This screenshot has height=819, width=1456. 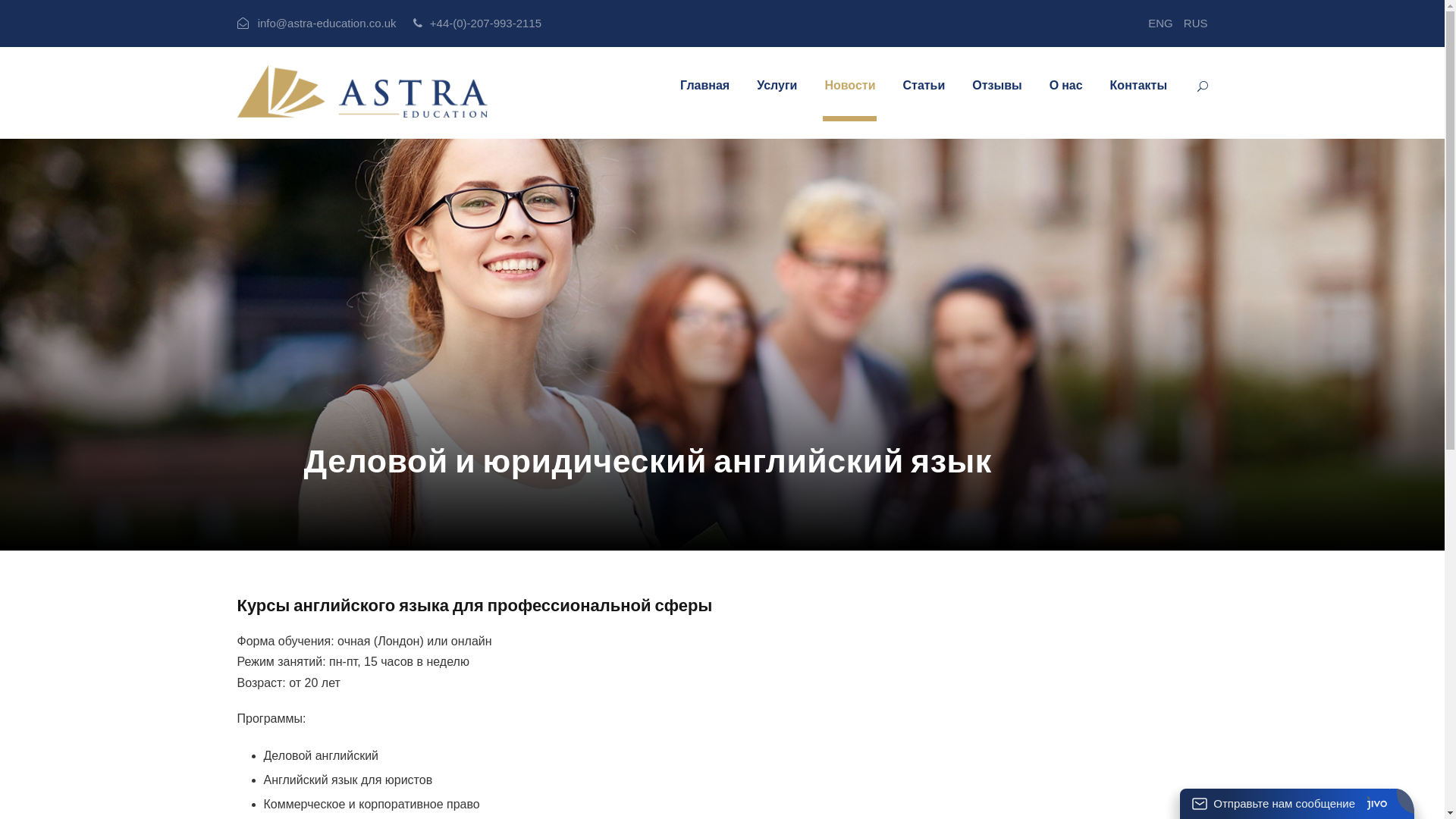 I want to click on 'RUS', so click(x=1175, y=23).